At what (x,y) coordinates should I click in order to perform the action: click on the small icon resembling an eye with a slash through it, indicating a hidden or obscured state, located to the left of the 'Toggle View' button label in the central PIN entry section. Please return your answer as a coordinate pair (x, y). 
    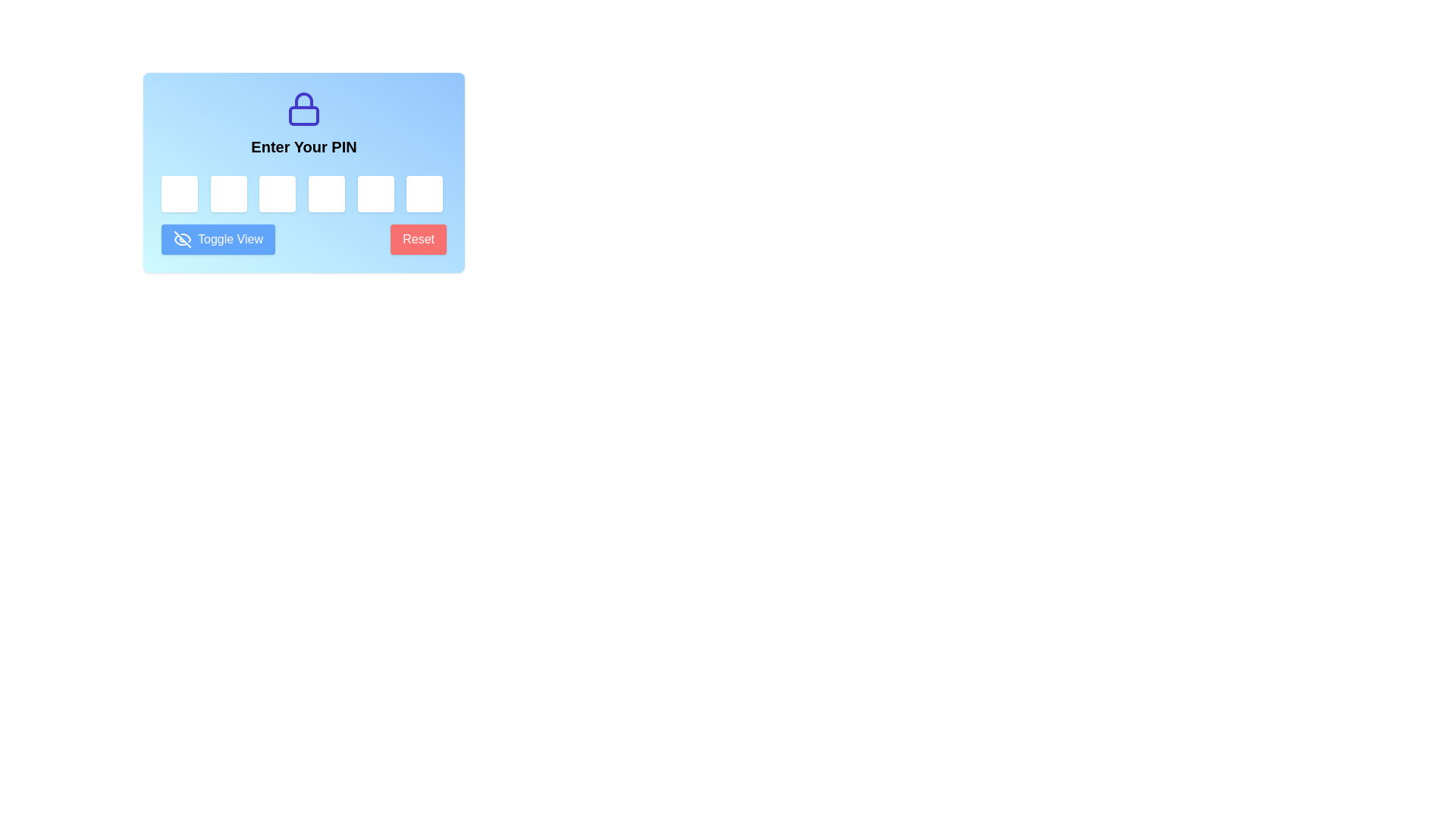
    Looking at the image, I should click on (182, 239).